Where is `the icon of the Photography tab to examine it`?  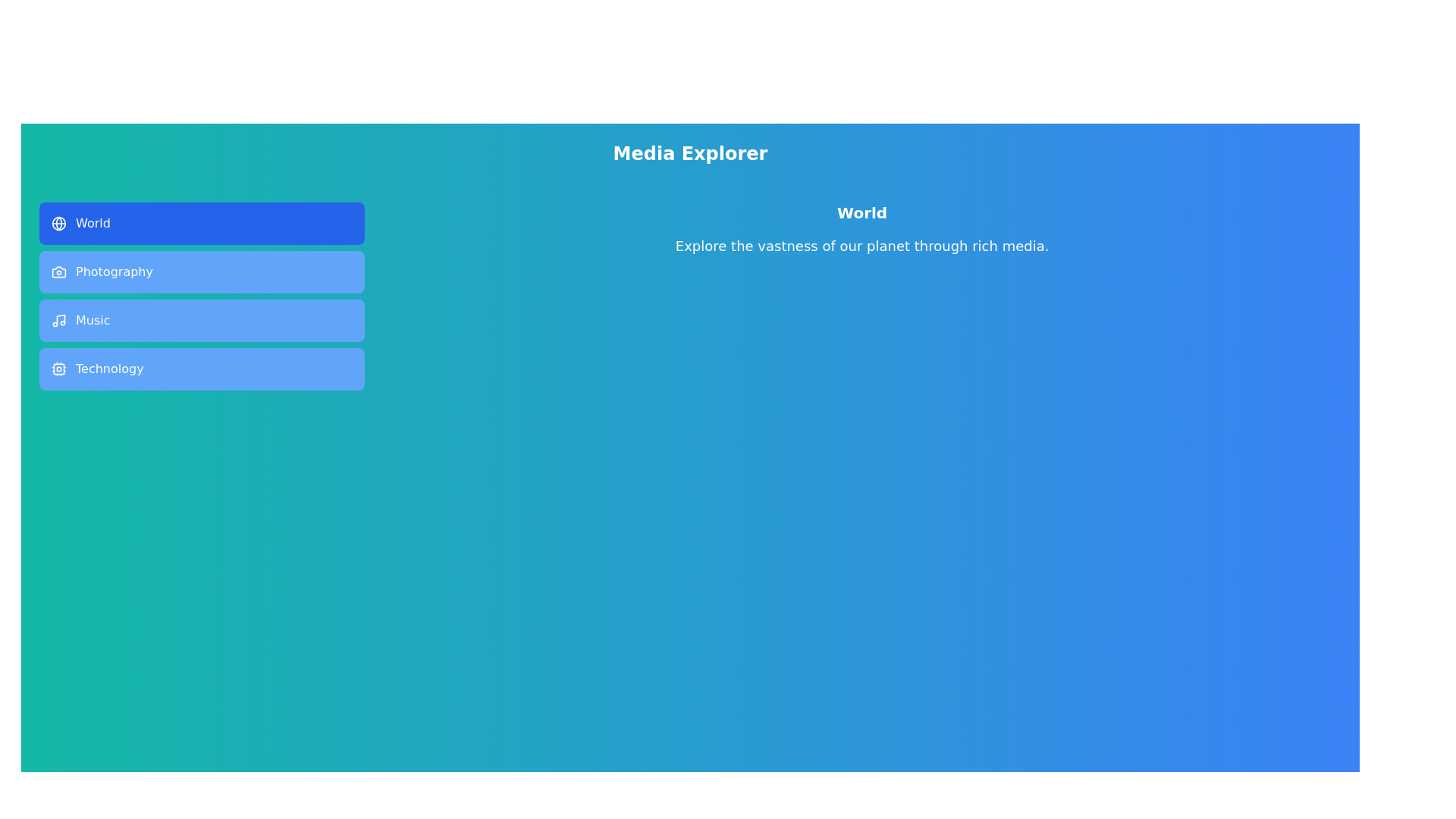
the icon of the Photography tab to examine it is located at coordinates (58, 271).